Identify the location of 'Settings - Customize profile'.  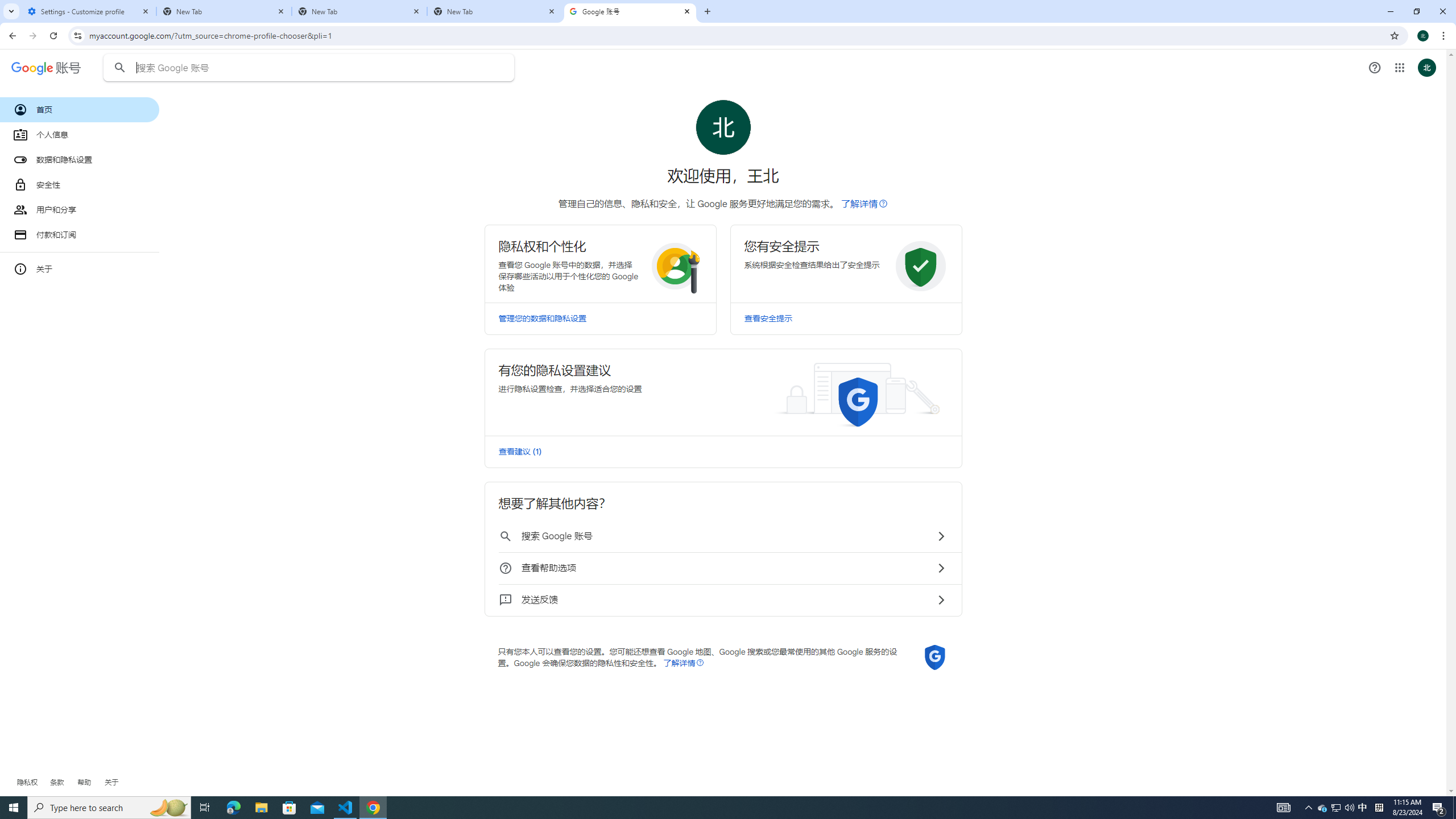
(88, 11).